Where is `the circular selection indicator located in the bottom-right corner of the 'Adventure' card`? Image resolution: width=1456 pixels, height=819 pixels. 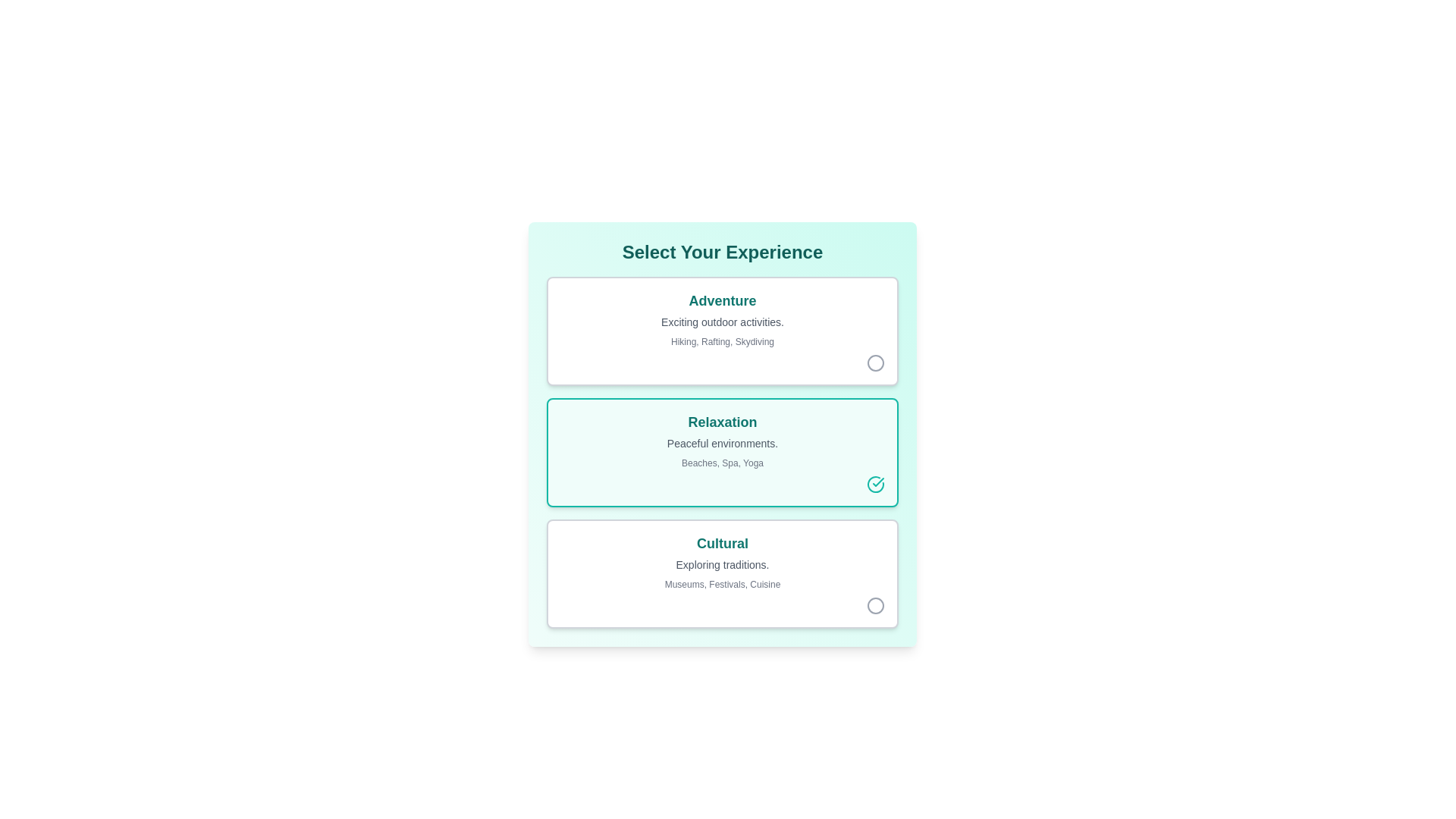
the circular selection indicator located in the bottom-right corner of the 'Adventure' card is located at coordinates (722, 362).